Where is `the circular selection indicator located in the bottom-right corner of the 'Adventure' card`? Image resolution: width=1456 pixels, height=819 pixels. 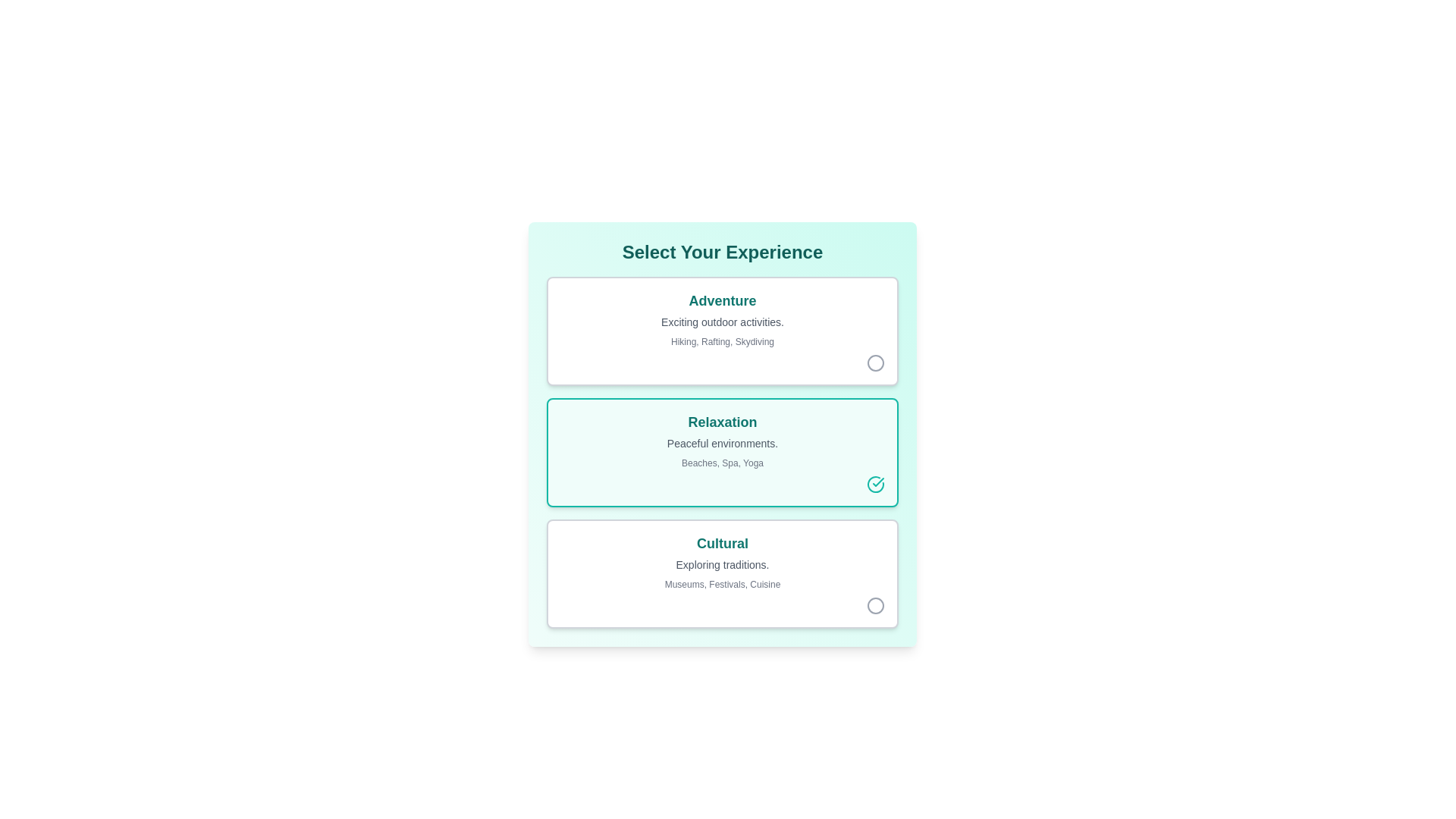
the circular selection indicator located in the bottom-right corner of the 'Adventure' card is located at coordinates (722, 362).